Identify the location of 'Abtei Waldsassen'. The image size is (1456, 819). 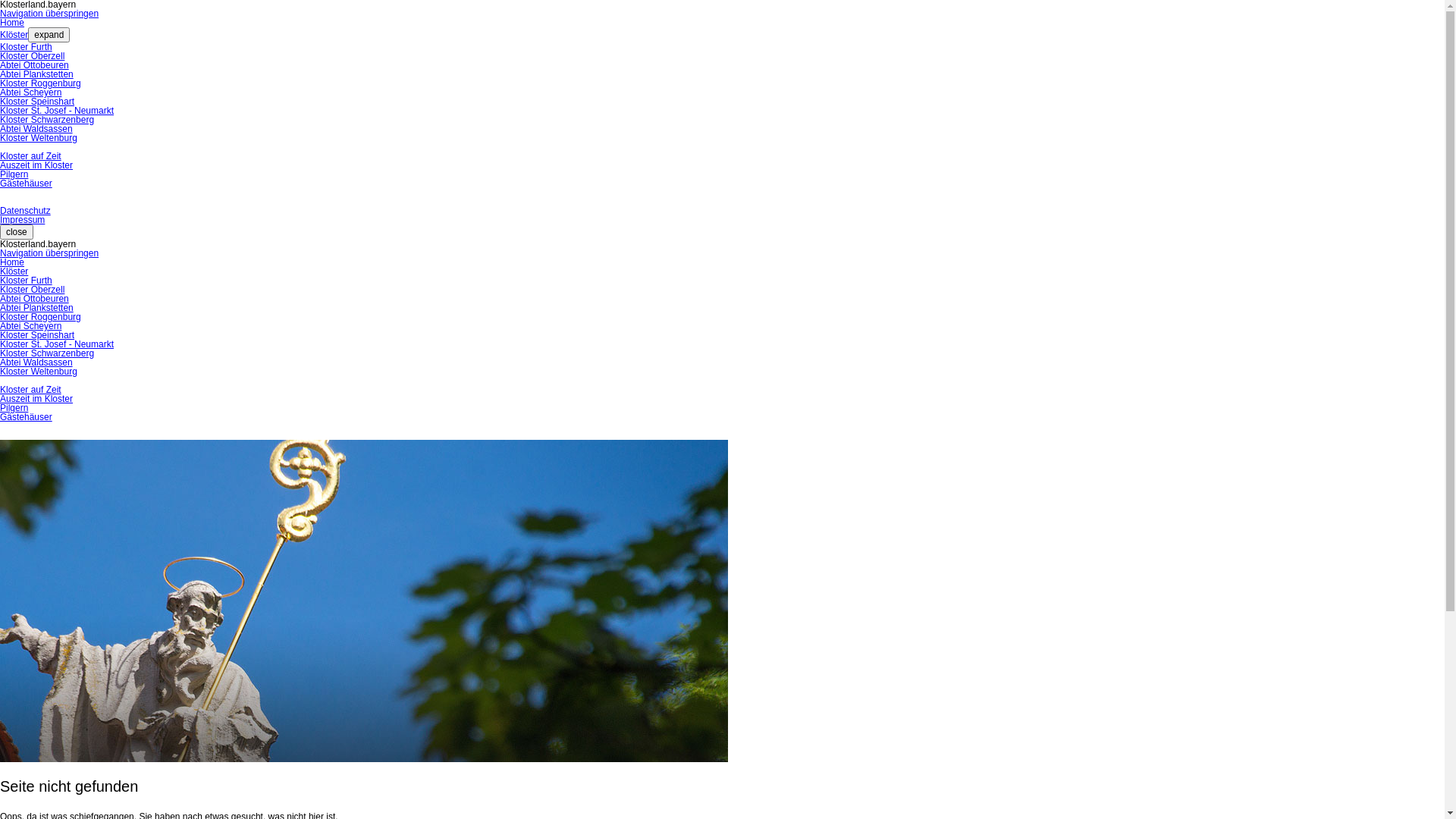
(36, 362).